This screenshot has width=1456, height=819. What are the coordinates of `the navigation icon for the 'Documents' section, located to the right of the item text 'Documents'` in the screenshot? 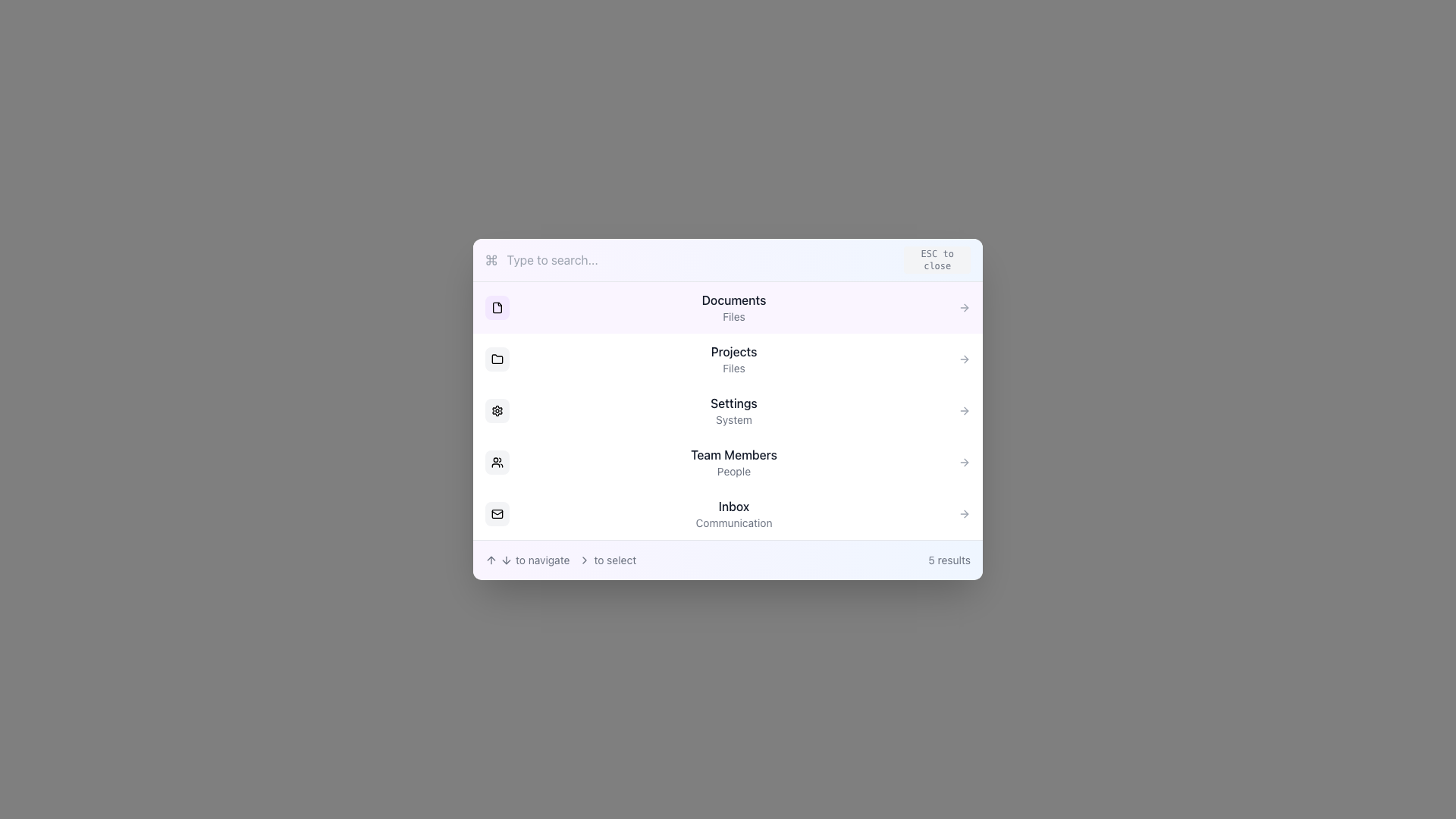 It's located at (964, 307).